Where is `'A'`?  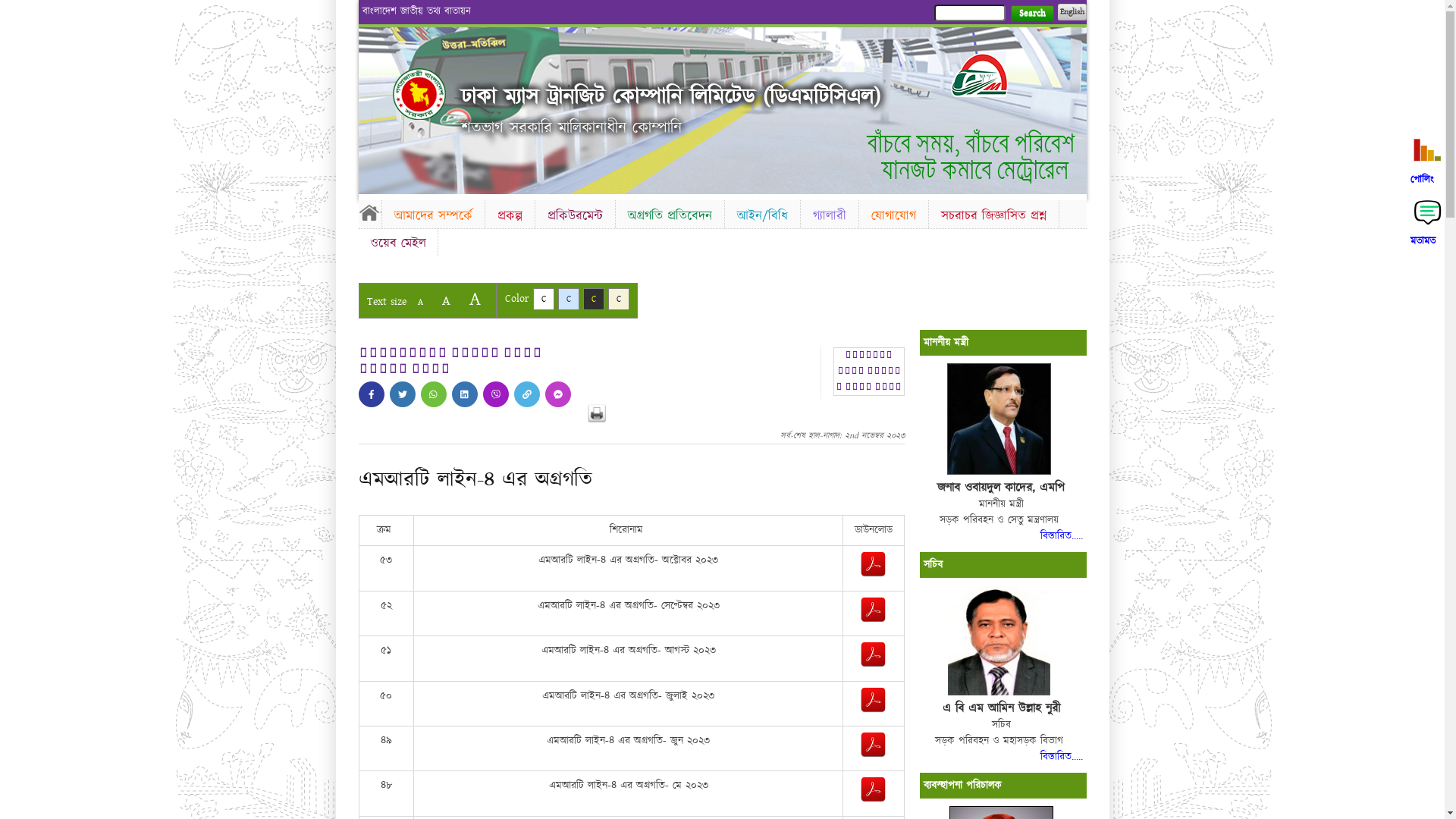 'A' is located at coordinates (444, 300).